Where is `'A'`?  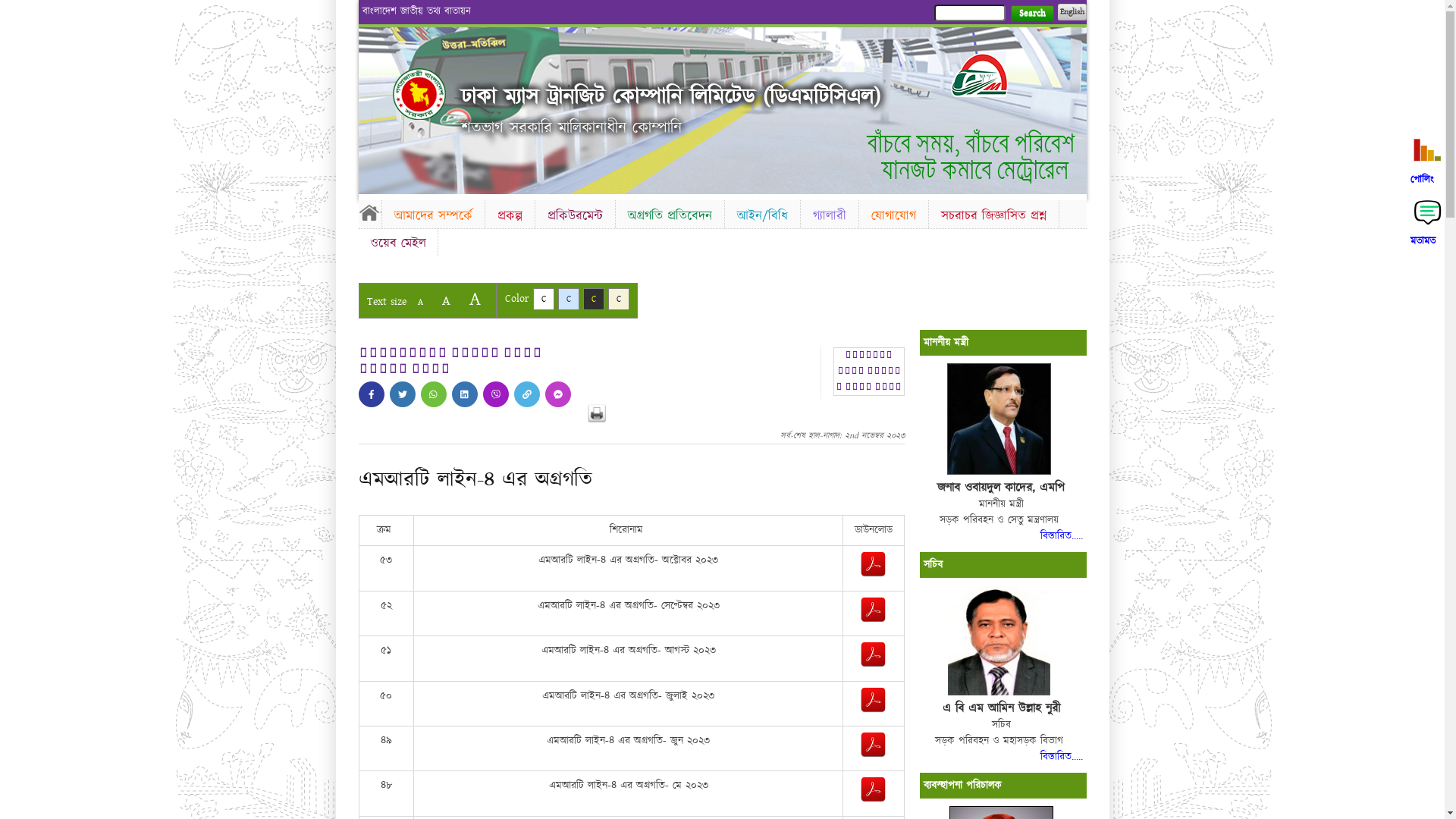 'A' is located at coordinates (444, 300).